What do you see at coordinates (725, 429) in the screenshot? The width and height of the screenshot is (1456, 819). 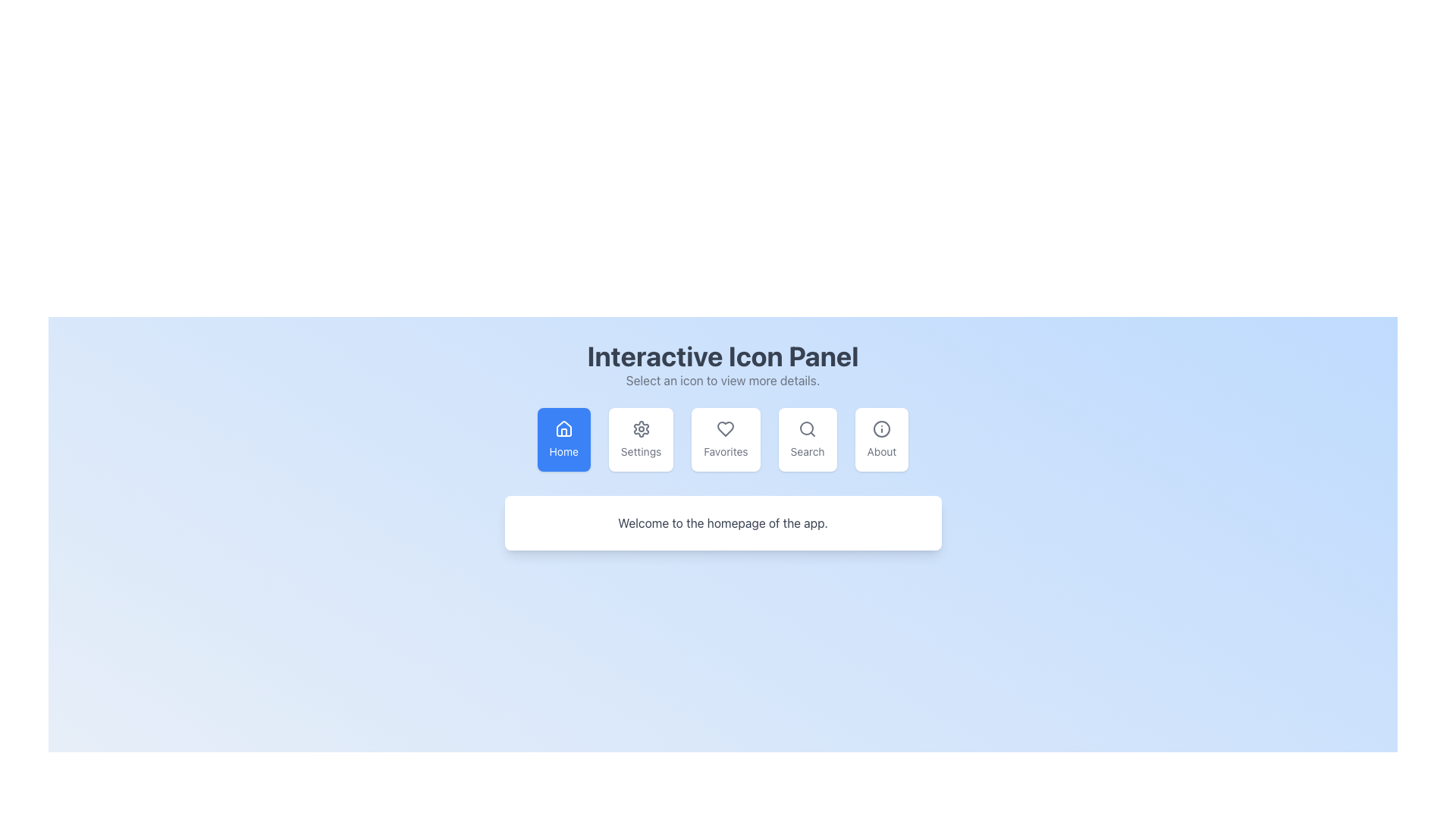 I see `the heart-shaped 'Favorites' icon located near the central top portion of the interface` at bounding box center [725, 429].